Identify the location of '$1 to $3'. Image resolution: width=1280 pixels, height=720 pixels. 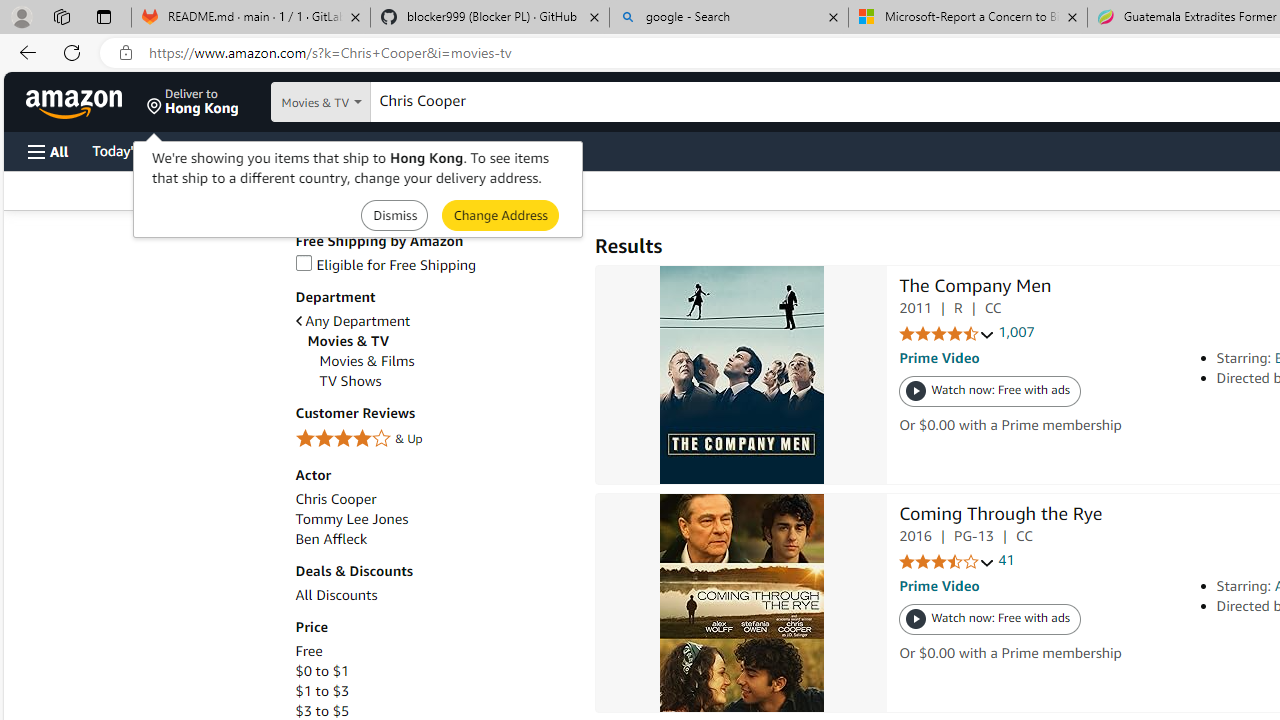
(321, 690).